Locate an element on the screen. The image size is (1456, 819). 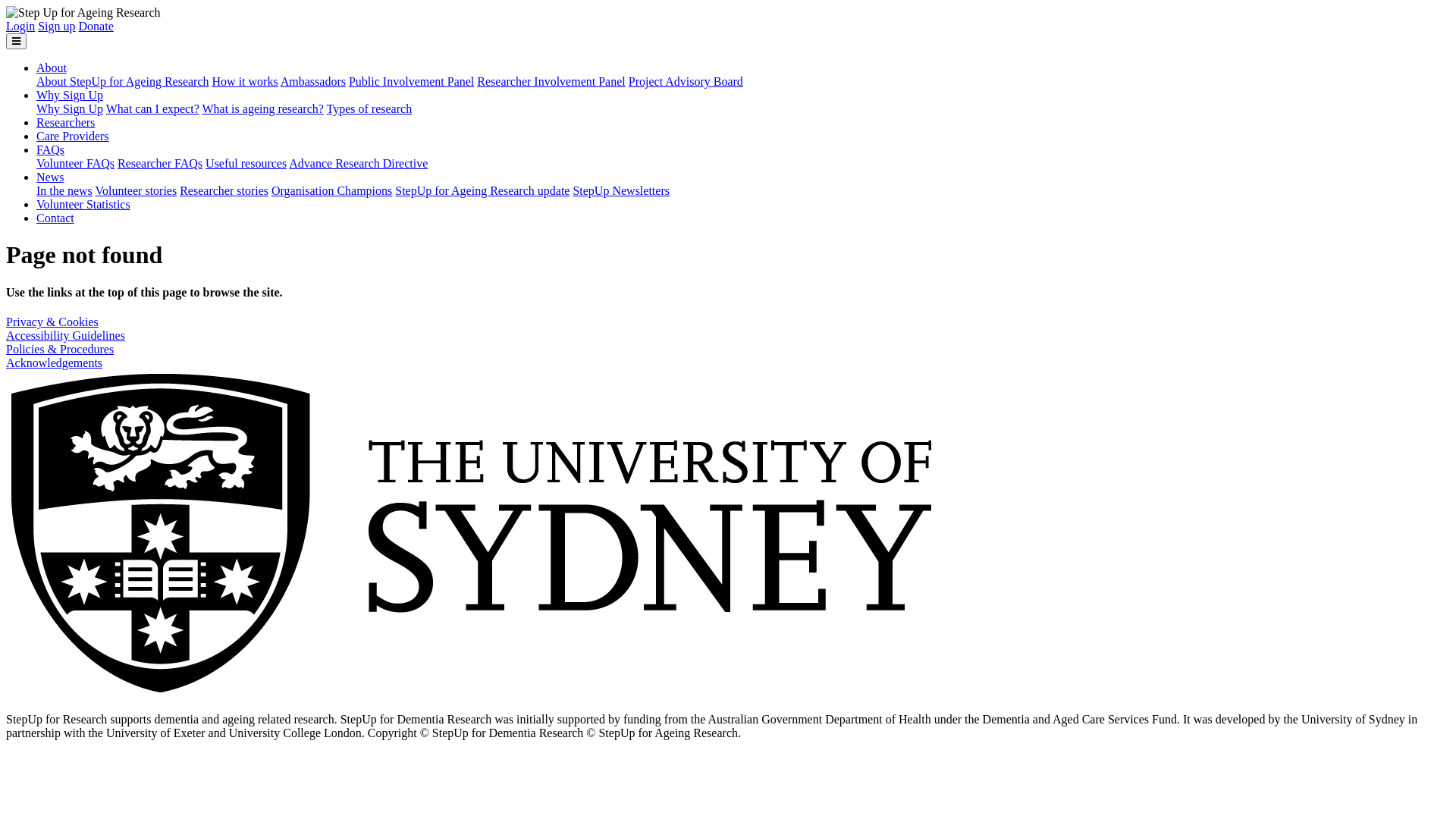
'StepUp Newsletters' is located at coordinates (621, 190).